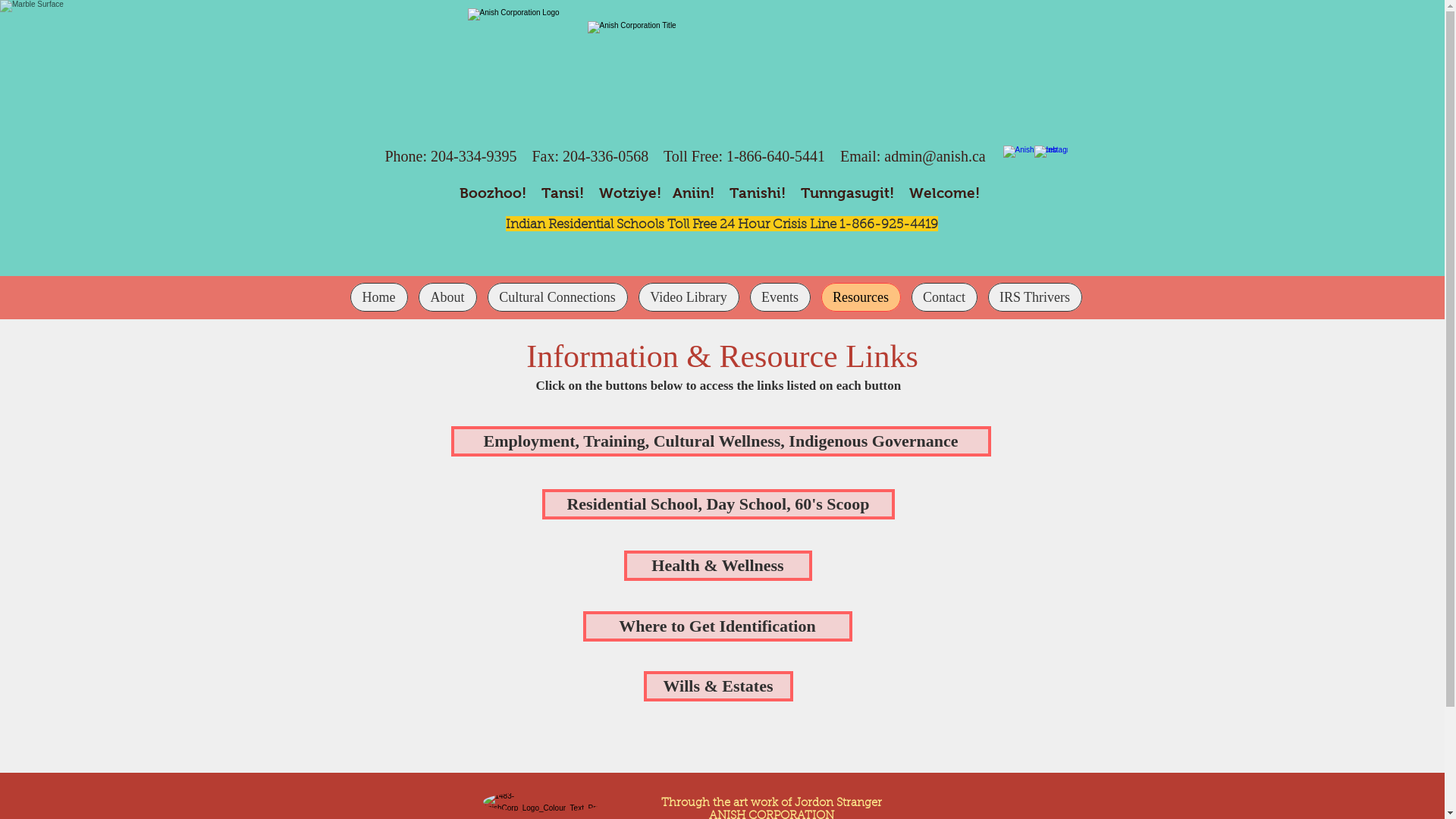 Image resolution: width=1456 pixels, height=819 pixels. Describe the element at coordinates (717, 686) in the screenshot. I see `'Wills & Estates'` at that location.